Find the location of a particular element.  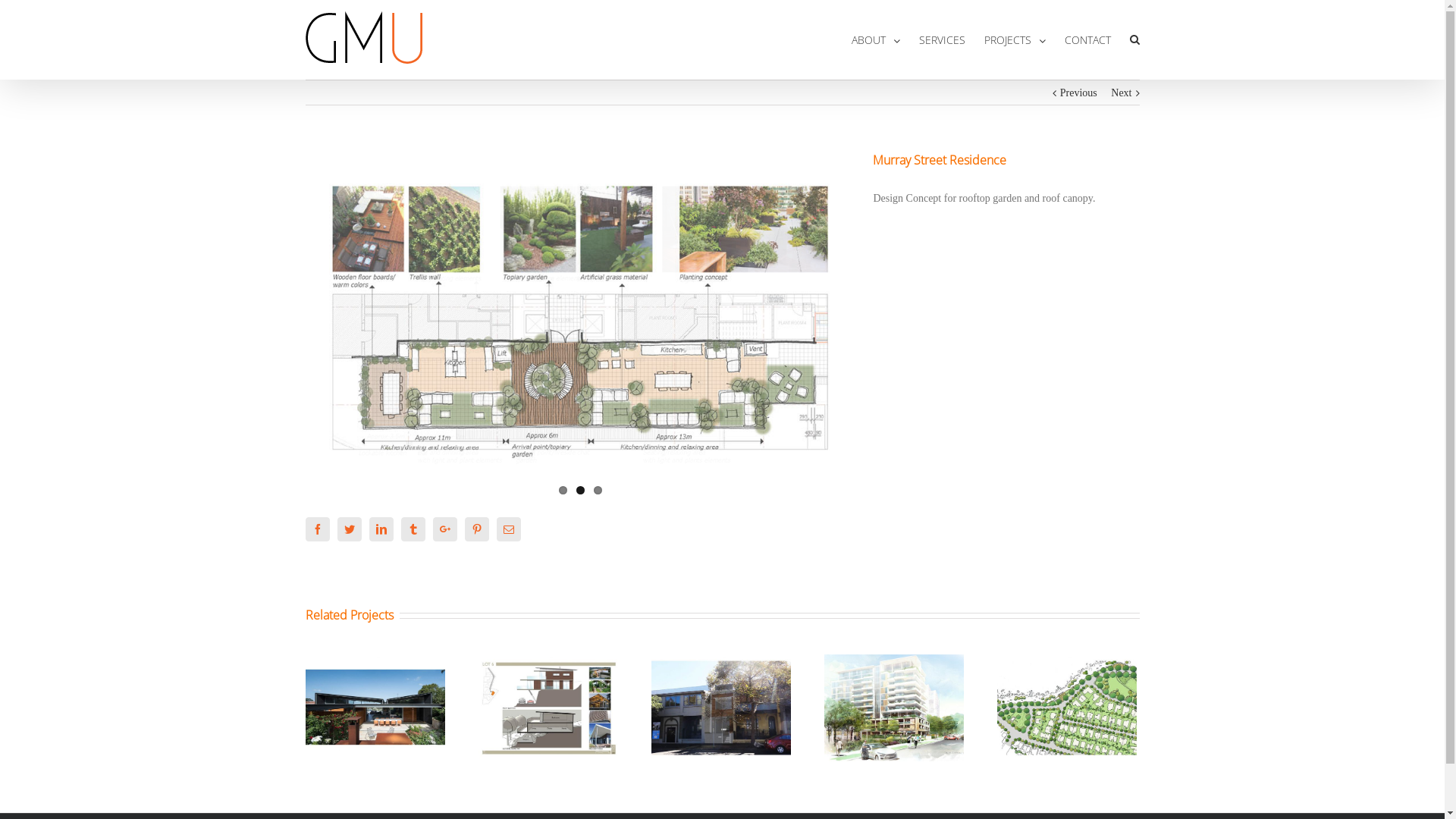

'1' is located at coordinates (562, 490).